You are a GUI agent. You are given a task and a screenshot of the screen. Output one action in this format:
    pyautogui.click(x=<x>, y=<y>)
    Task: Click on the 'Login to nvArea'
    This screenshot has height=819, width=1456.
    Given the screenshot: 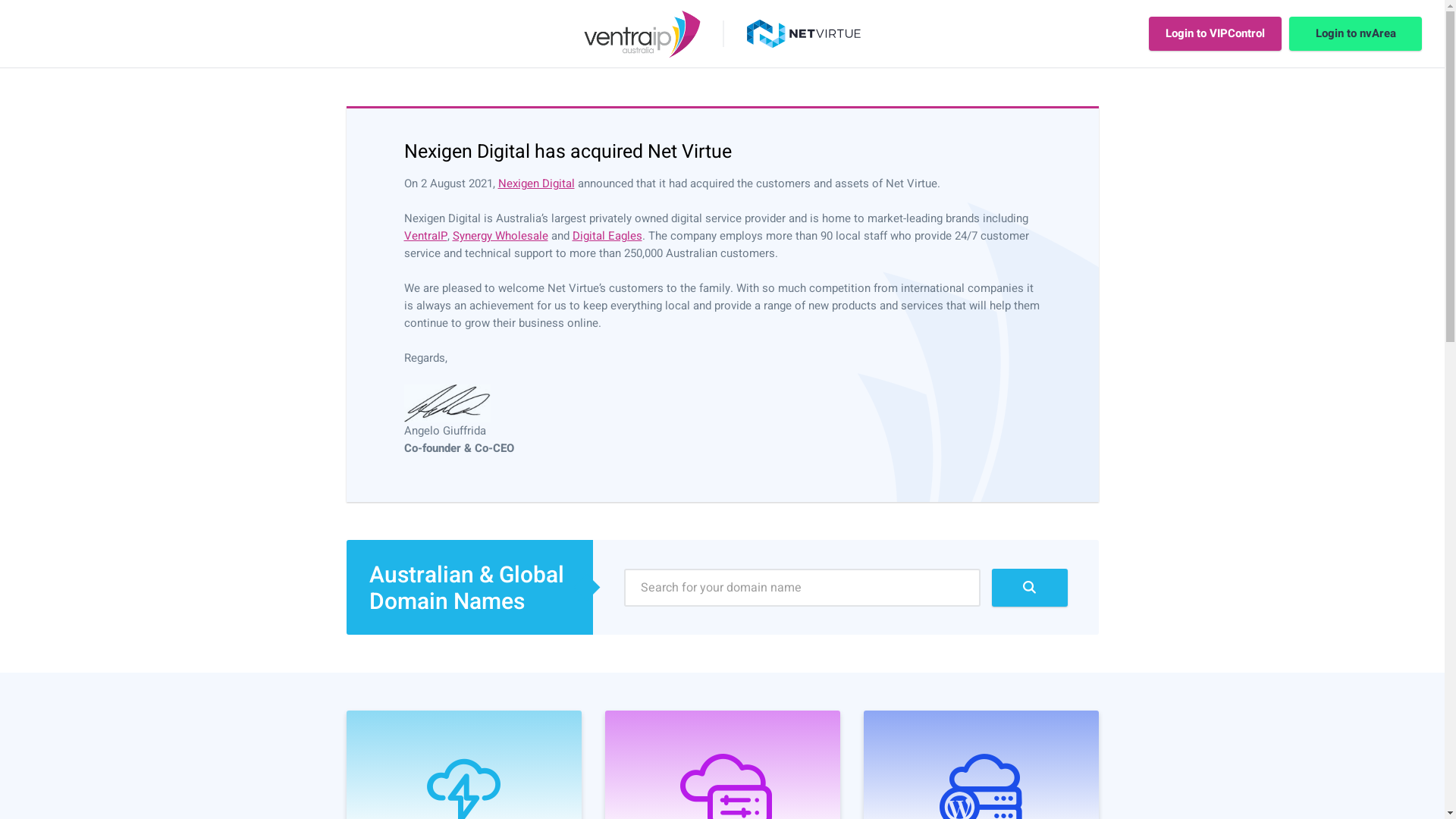 What is the action you would take?
    pyautogui.click(x=1355, y=33)
    